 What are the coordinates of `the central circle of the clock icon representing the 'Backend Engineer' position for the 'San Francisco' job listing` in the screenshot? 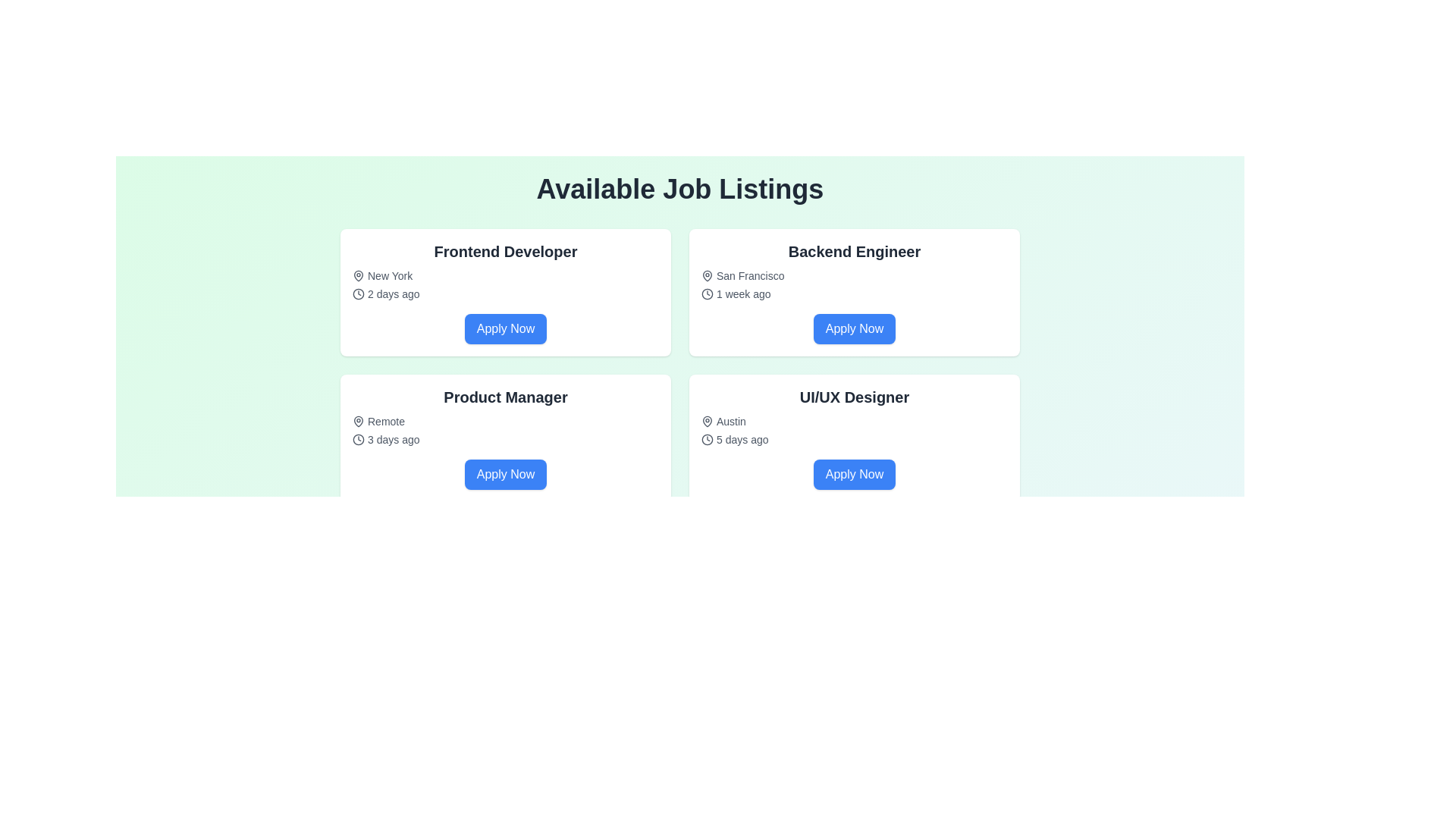 It's located at (706, 294).